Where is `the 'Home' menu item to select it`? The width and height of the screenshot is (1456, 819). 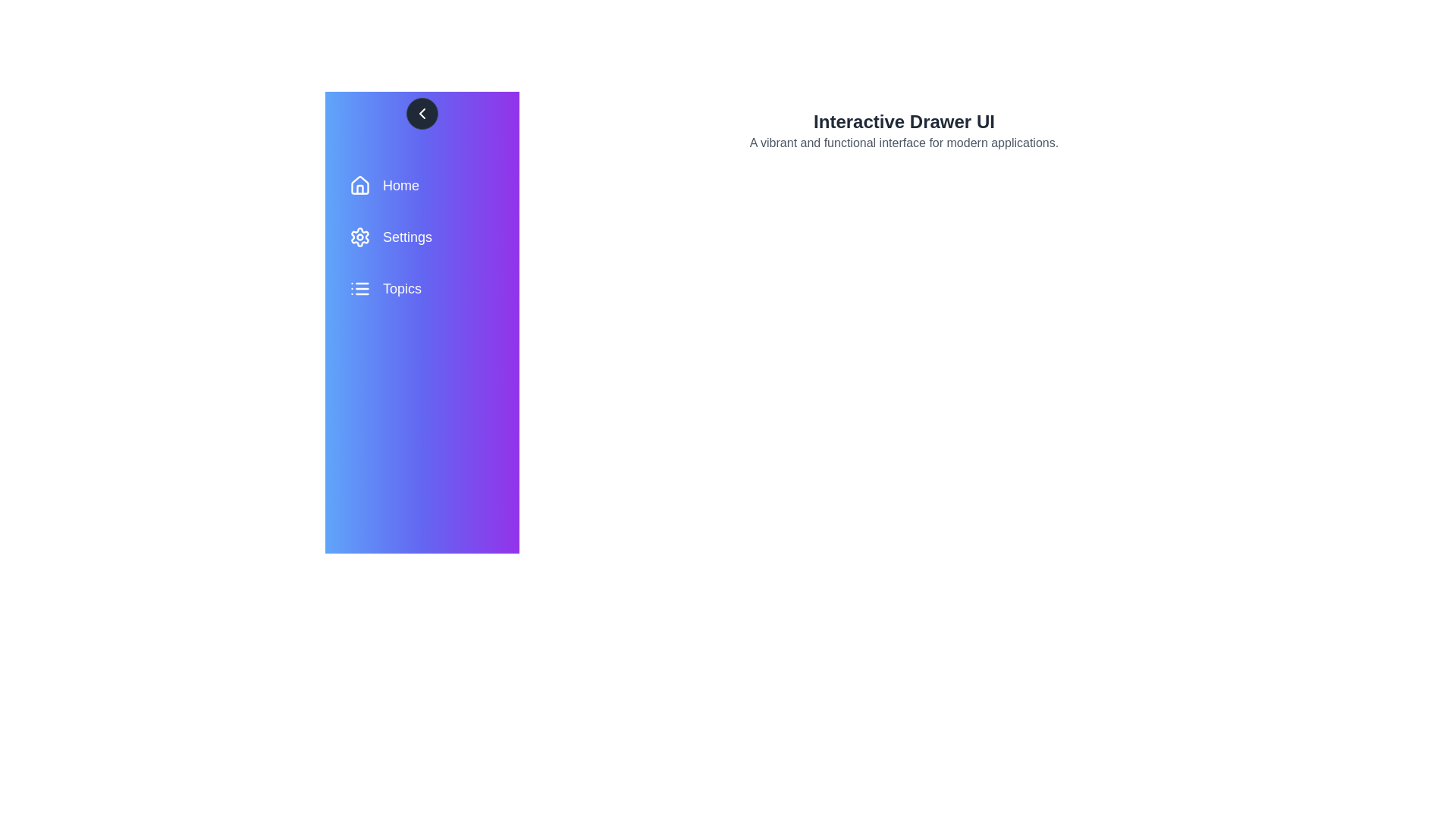 the 'Home' menu item to select it is located at coordinates (422, 185).